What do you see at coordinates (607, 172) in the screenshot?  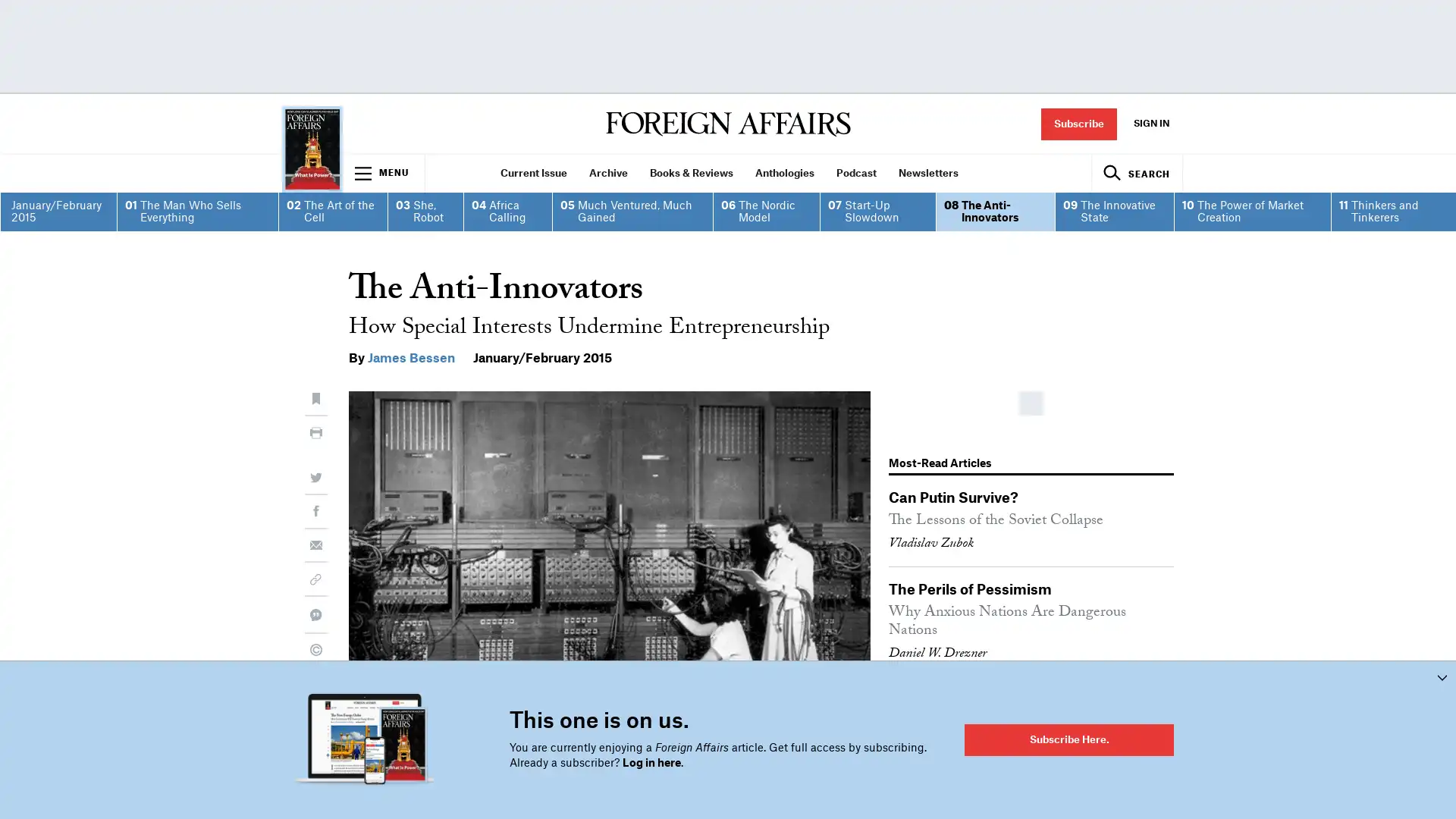 I see `Archive` at bounding box center [607, 172].